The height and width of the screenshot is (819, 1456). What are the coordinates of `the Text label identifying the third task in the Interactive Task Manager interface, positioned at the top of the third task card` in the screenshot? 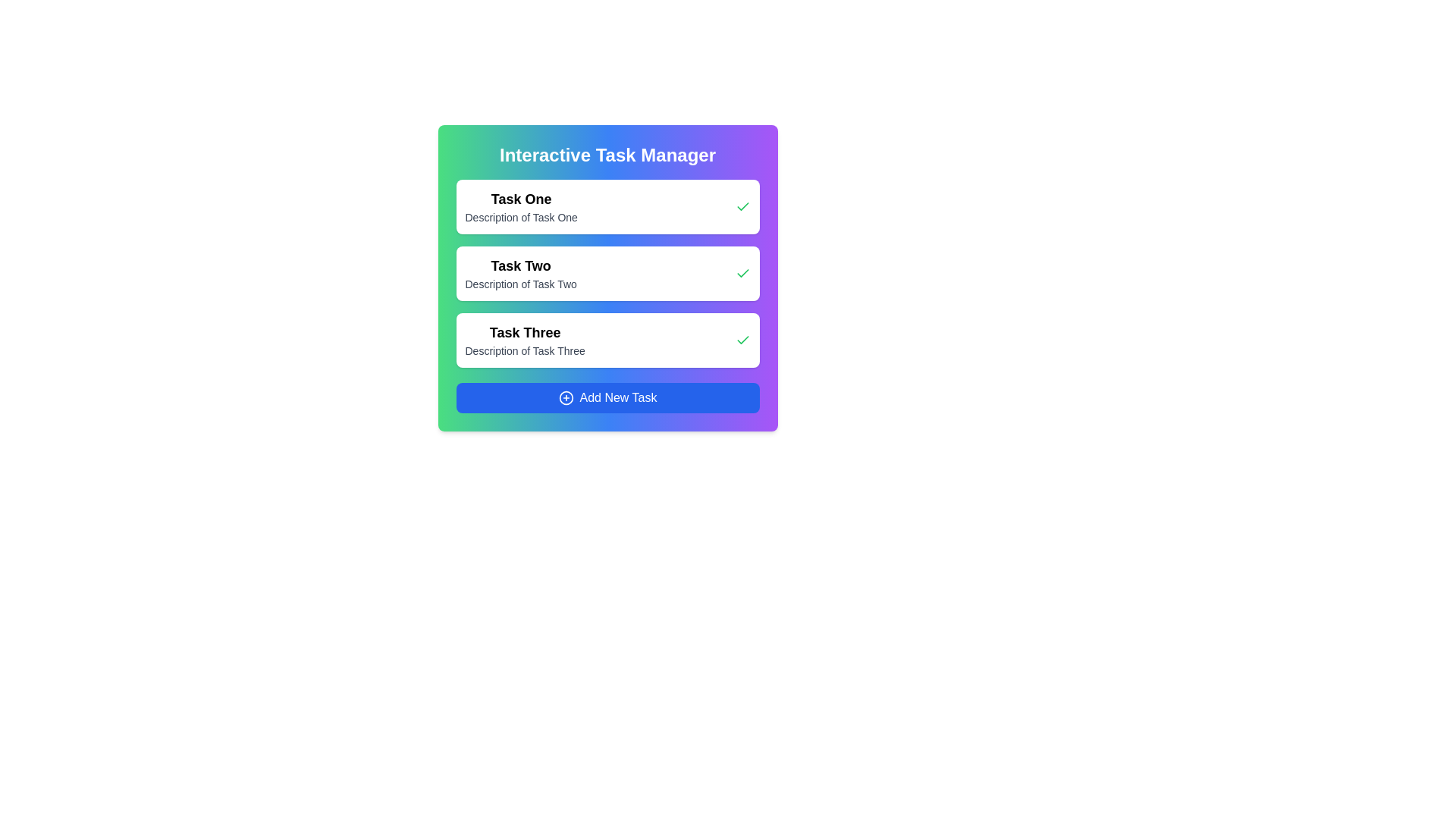 It's located at (525, 332).